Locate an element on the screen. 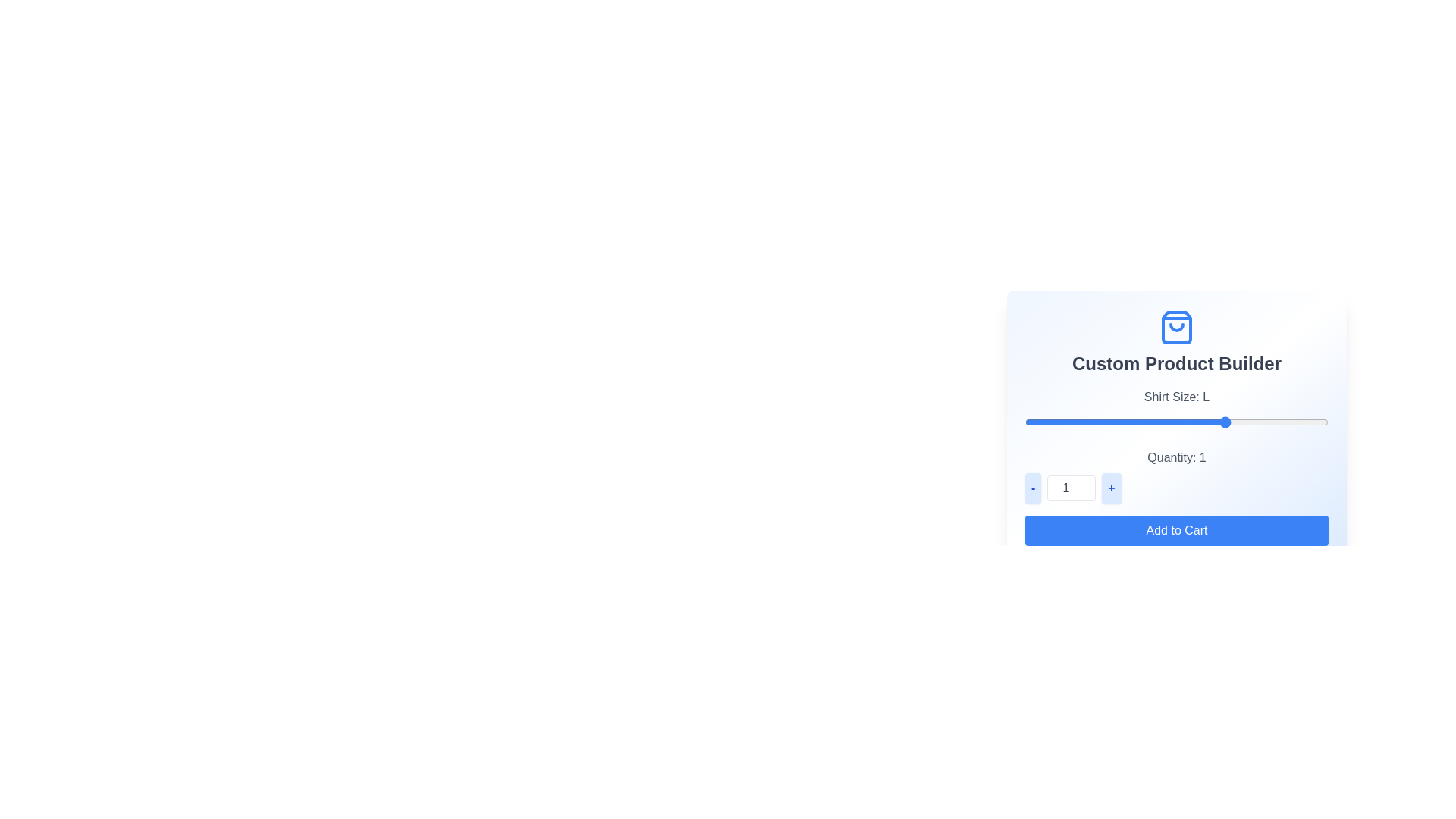 The image size is (1456, 819). the slider is located at coordinates (1126, 422).